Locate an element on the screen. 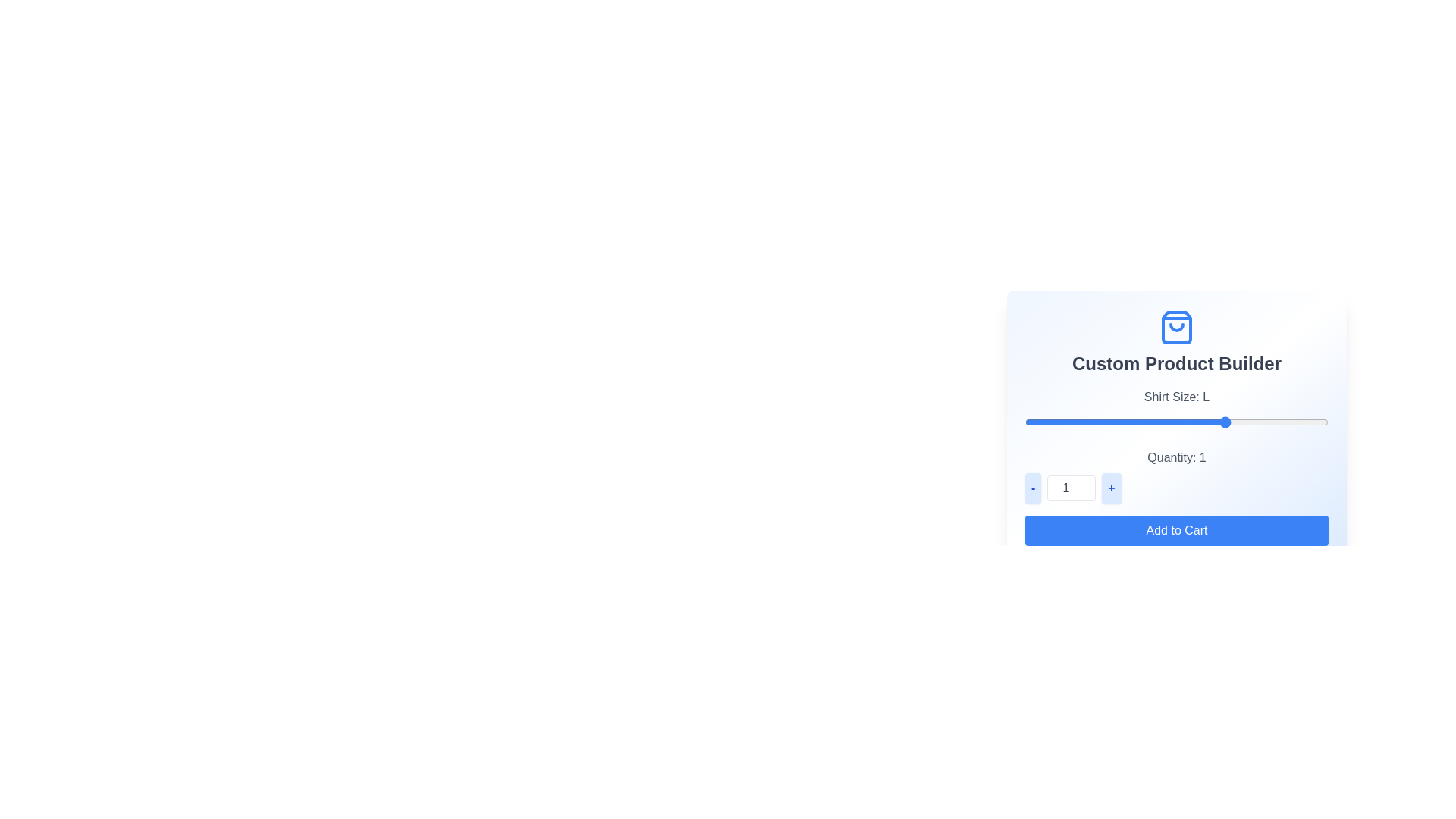 The image size is (1456, 819). the slider is located at coordinates (1126, 422).